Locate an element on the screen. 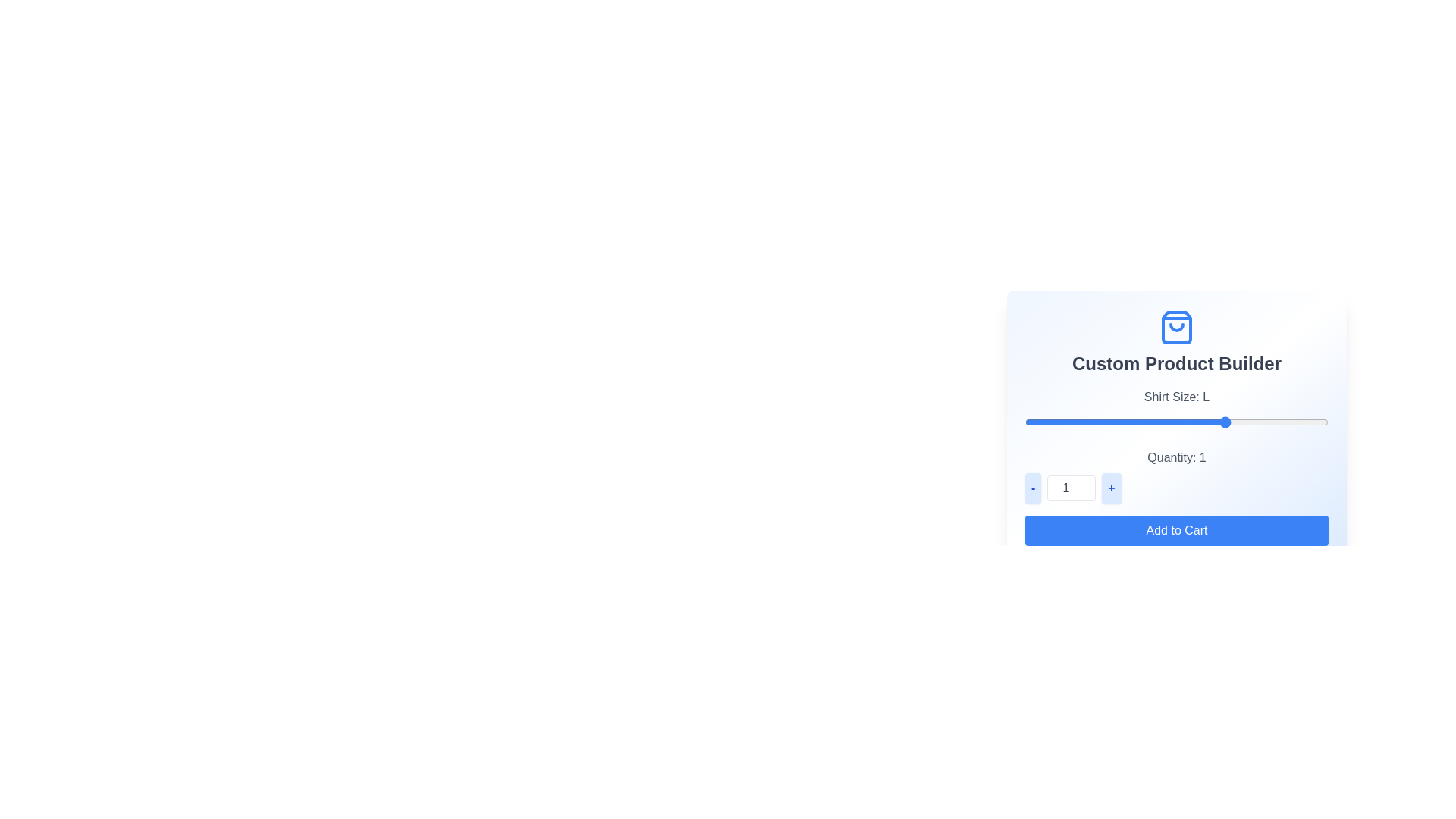 The image size is (1456, 819). the slider is located at coordinates (1126, 422).